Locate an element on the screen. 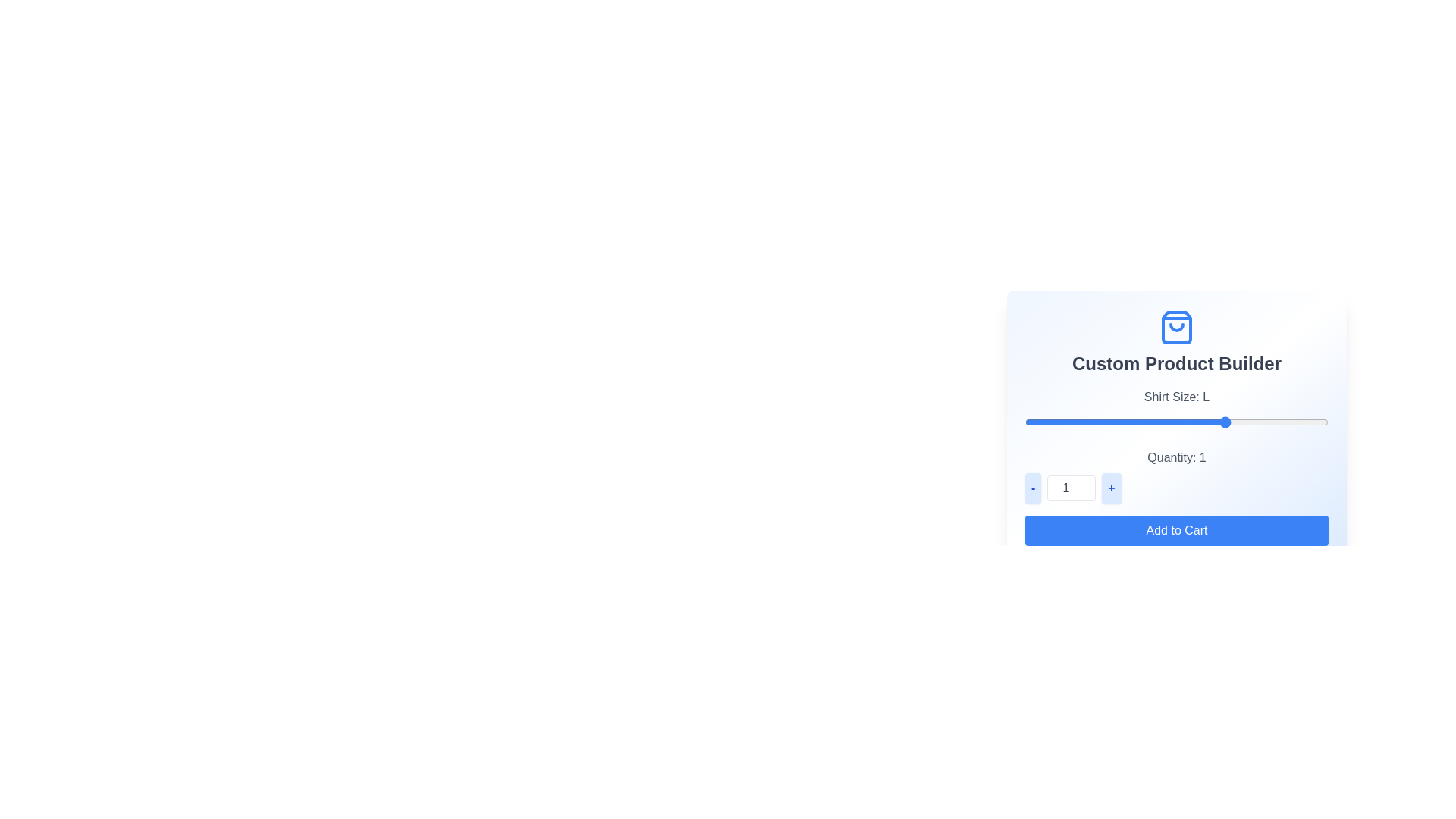 The image size is (1456, 819). the slider is located at coordinates (1126, 422).